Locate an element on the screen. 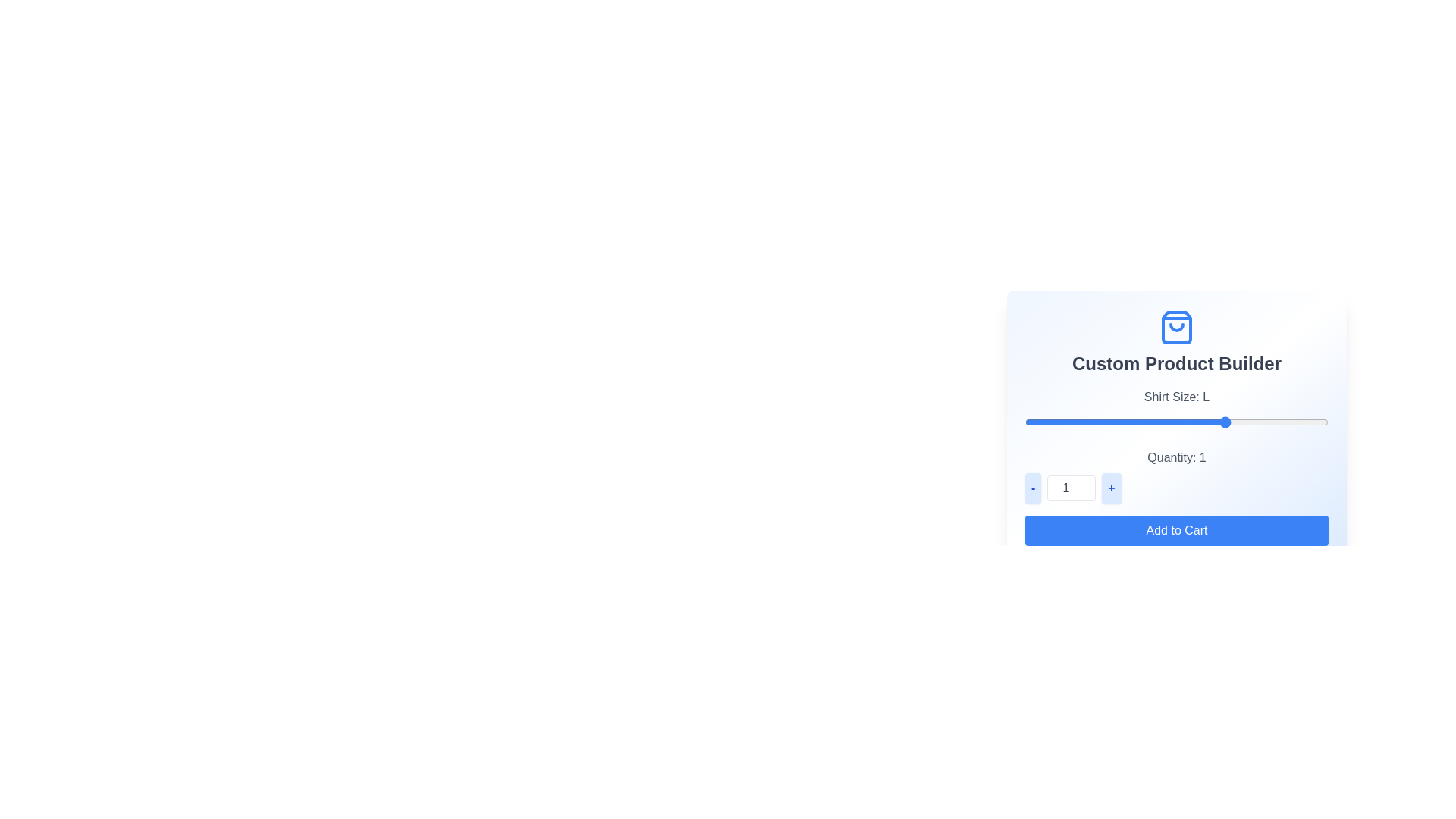 The image size is (1456, 819). the slider is located at coordinates (1126, 422).